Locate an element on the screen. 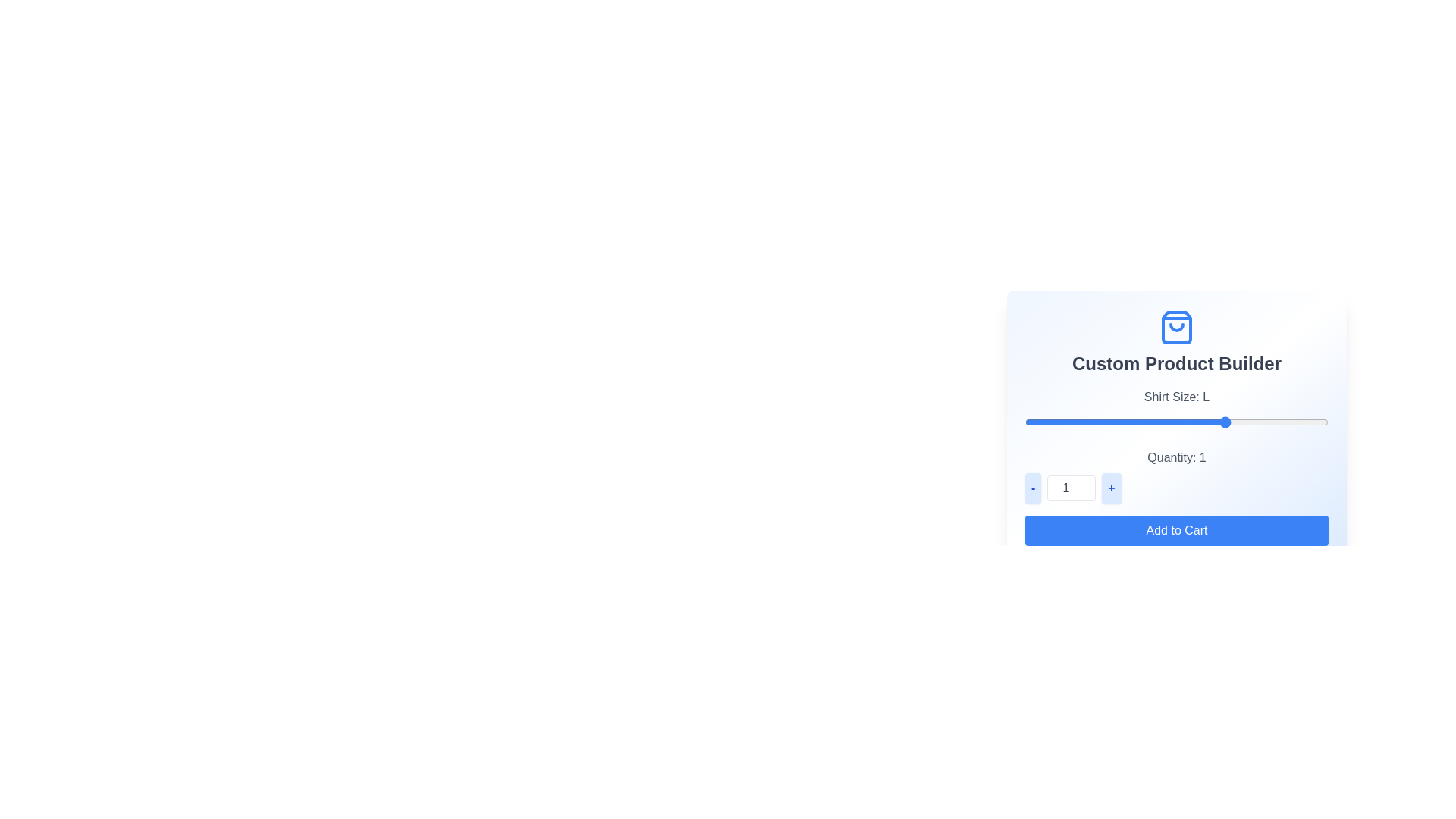 The image size is (1456, 819). the slider is located at coordinates (1126, 422).